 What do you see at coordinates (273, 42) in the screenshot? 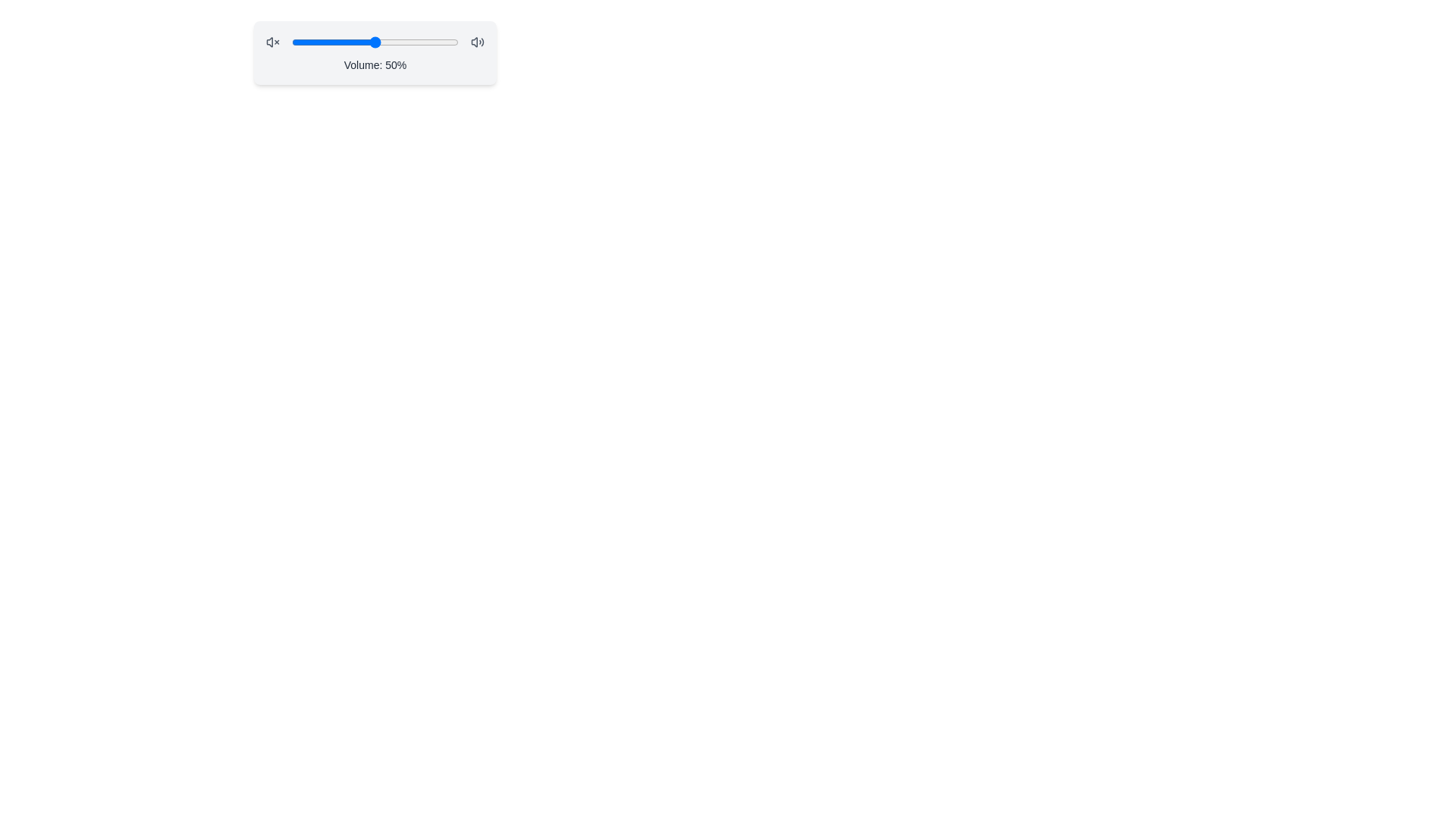
I see `the mute icon to mute the audio` at bounding box center [273, 42].